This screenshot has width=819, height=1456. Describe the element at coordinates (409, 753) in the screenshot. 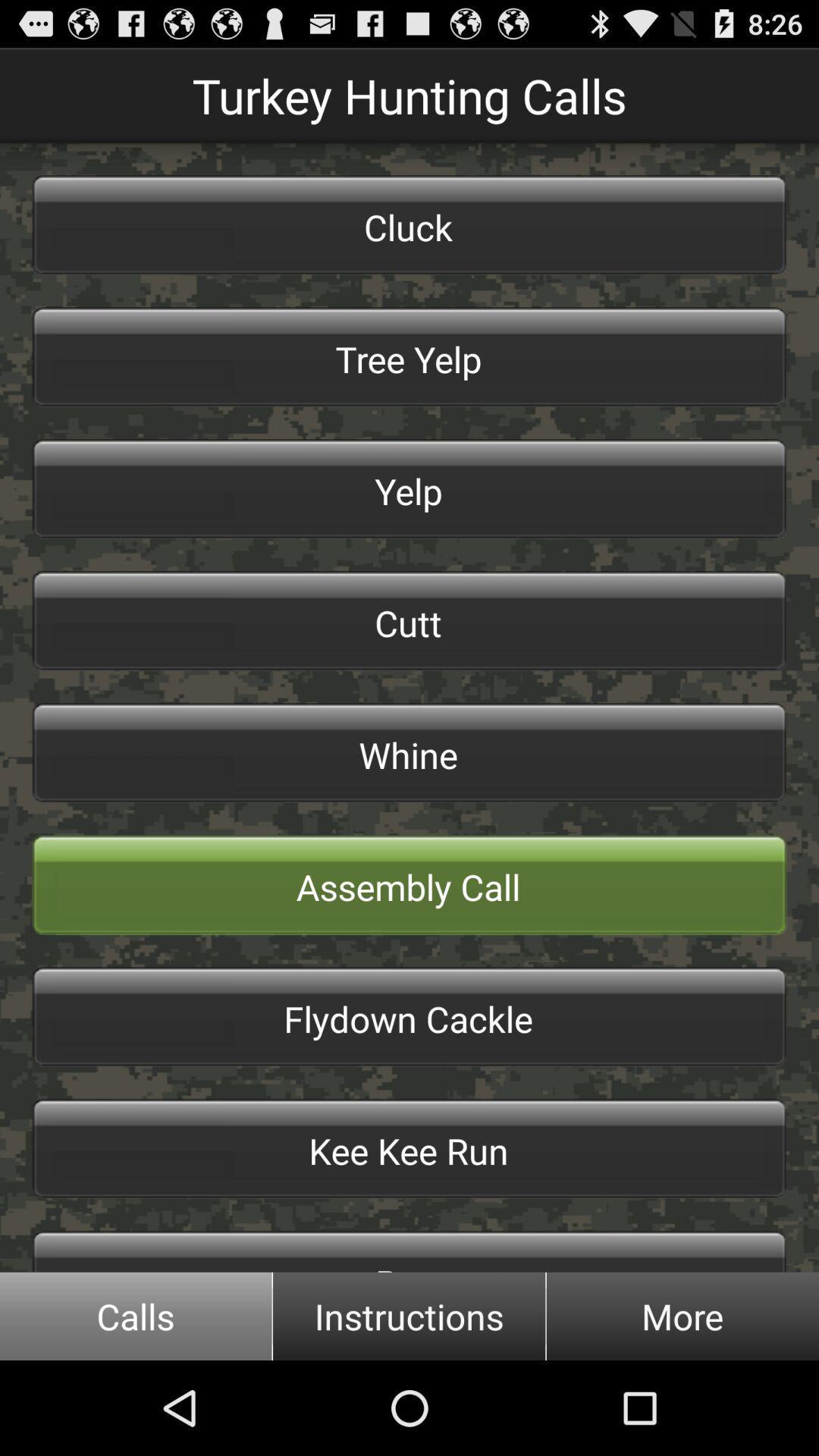

I see `item above the assembly call item` at that location.